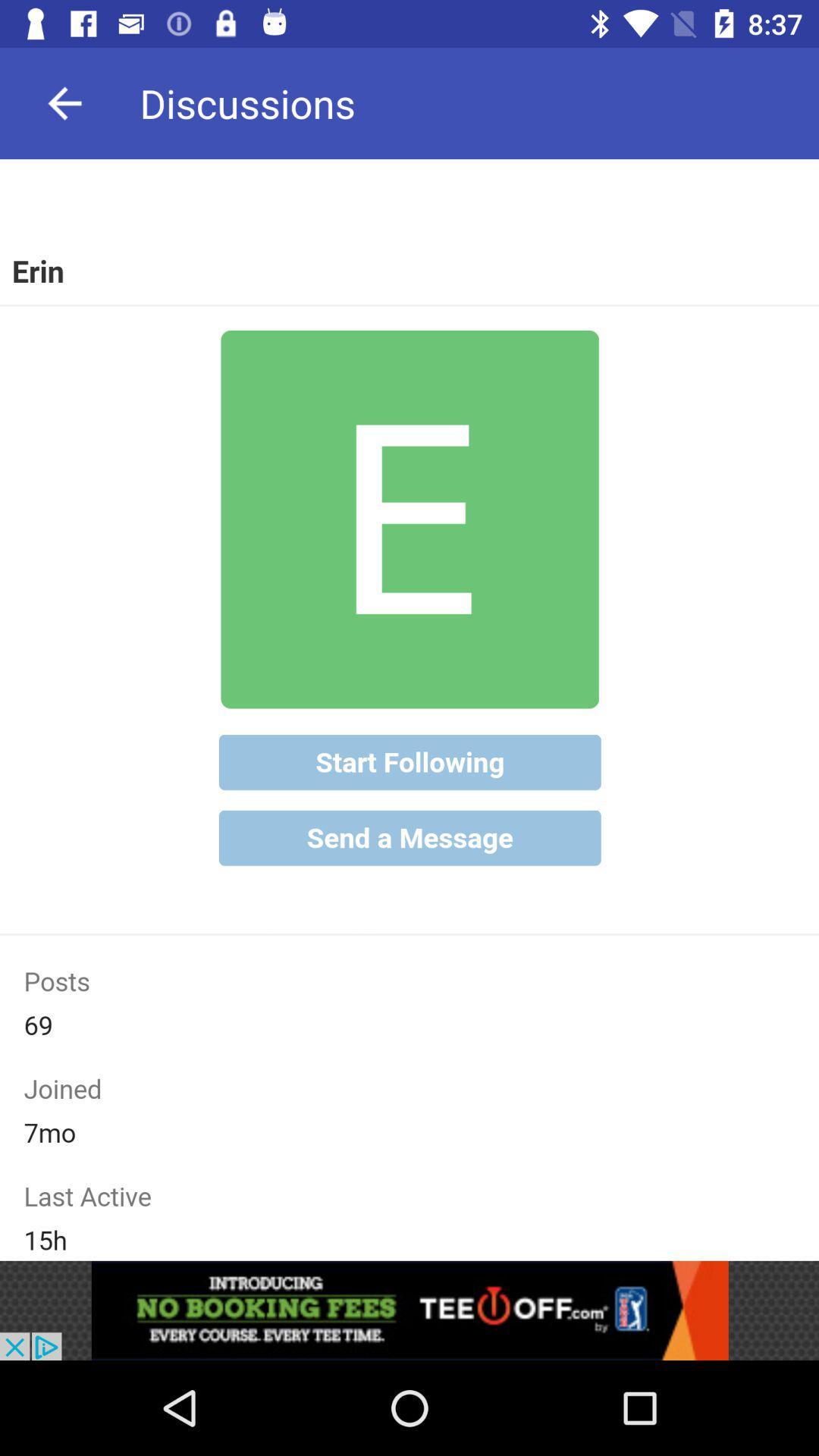  What do you see at coordinates (409, 1310) in the screenshot?
I see `view add` at bounding box center [409, 1310].